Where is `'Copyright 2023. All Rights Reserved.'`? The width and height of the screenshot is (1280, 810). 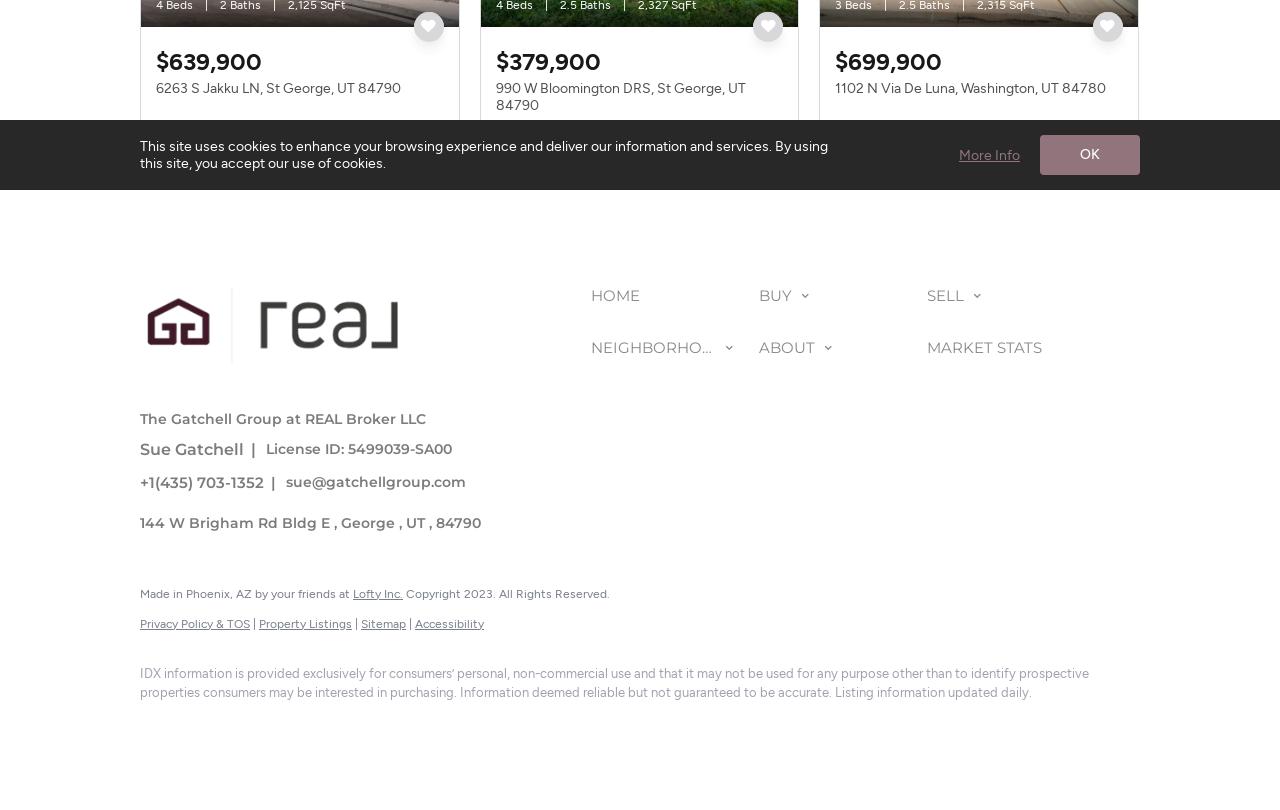
'Copyright 2023. All Rights Reserved.' is located at coordinates (506, 593).